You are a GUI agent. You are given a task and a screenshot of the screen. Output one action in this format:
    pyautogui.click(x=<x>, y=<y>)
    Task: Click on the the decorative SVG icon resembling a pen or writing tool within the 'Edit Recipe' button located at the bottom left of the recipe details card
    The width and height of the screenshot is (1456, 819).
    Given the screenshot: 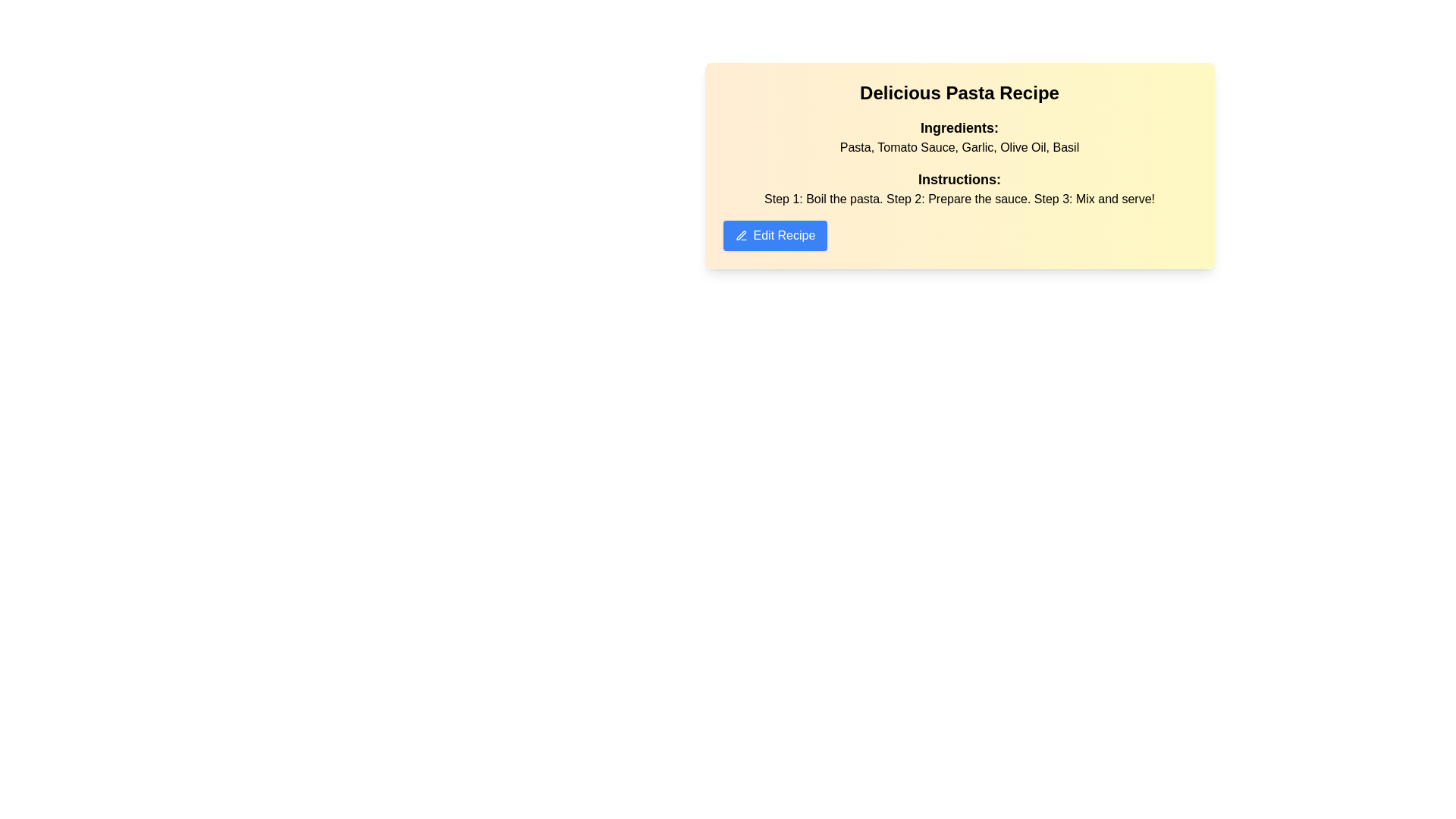 What is the action you would take?
    pyautogui.click(x=741, y=235)
    